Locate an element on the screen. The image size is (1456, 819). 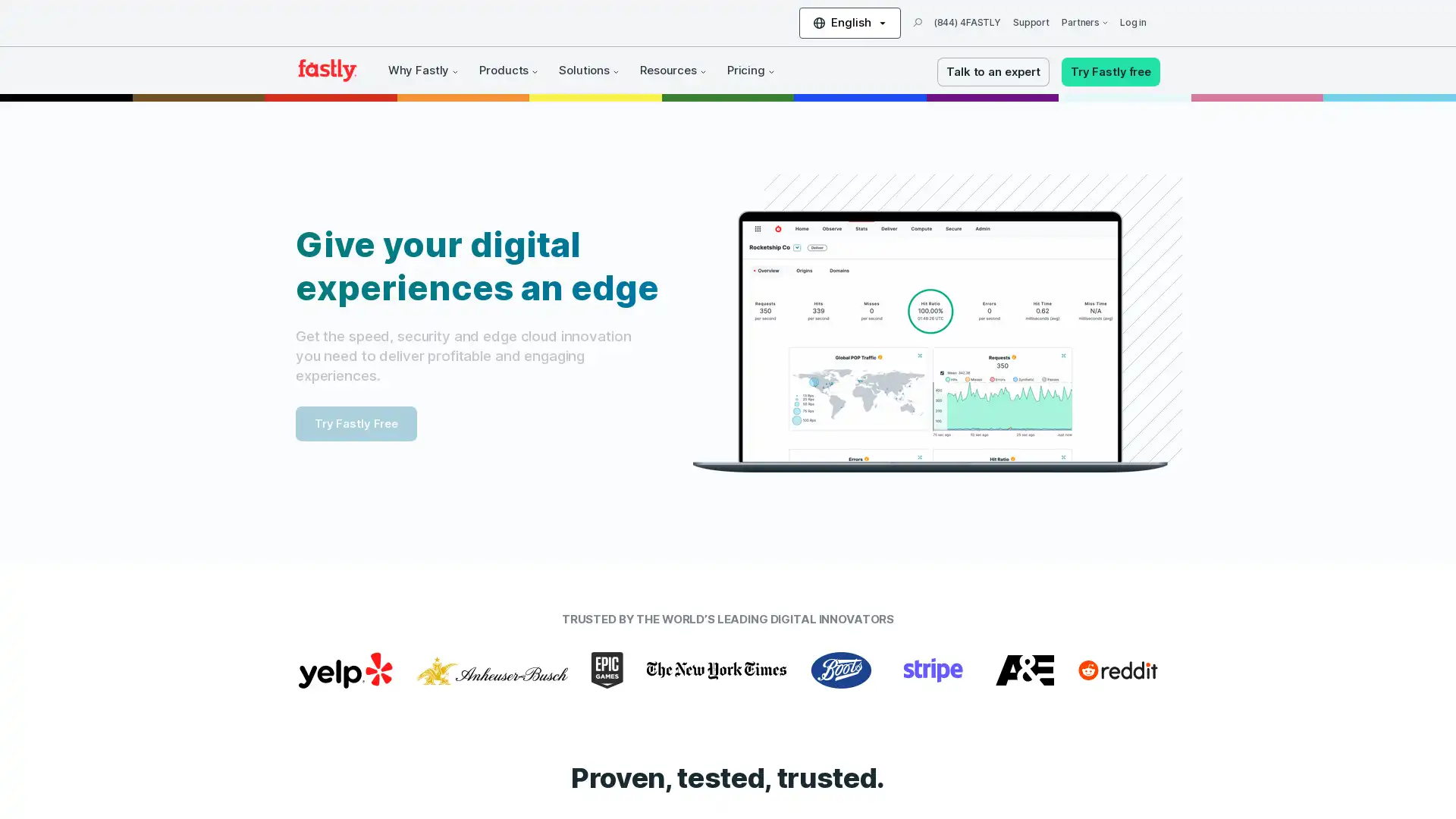
Cookies Settings is located at coordinates (154, 761).